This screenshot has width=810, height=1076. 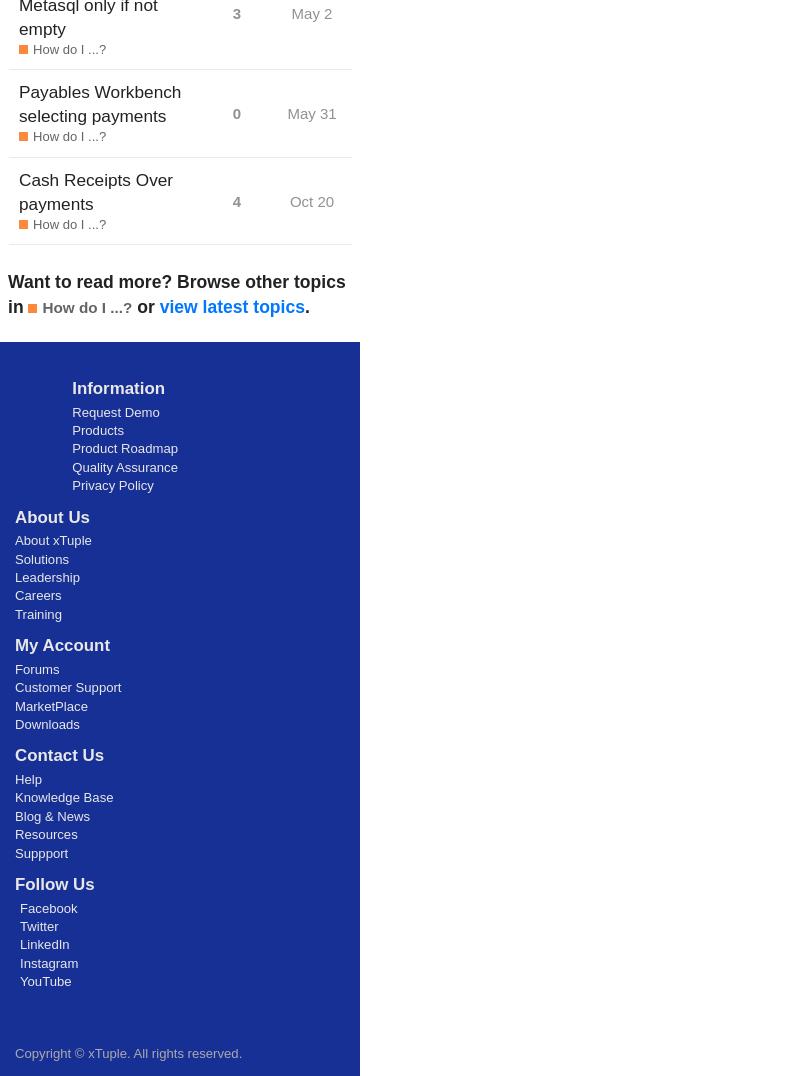 What do you see at coordinates (41, 851) in the screenshot?
I see `'Suppport'` at bounding box center [41, 851].